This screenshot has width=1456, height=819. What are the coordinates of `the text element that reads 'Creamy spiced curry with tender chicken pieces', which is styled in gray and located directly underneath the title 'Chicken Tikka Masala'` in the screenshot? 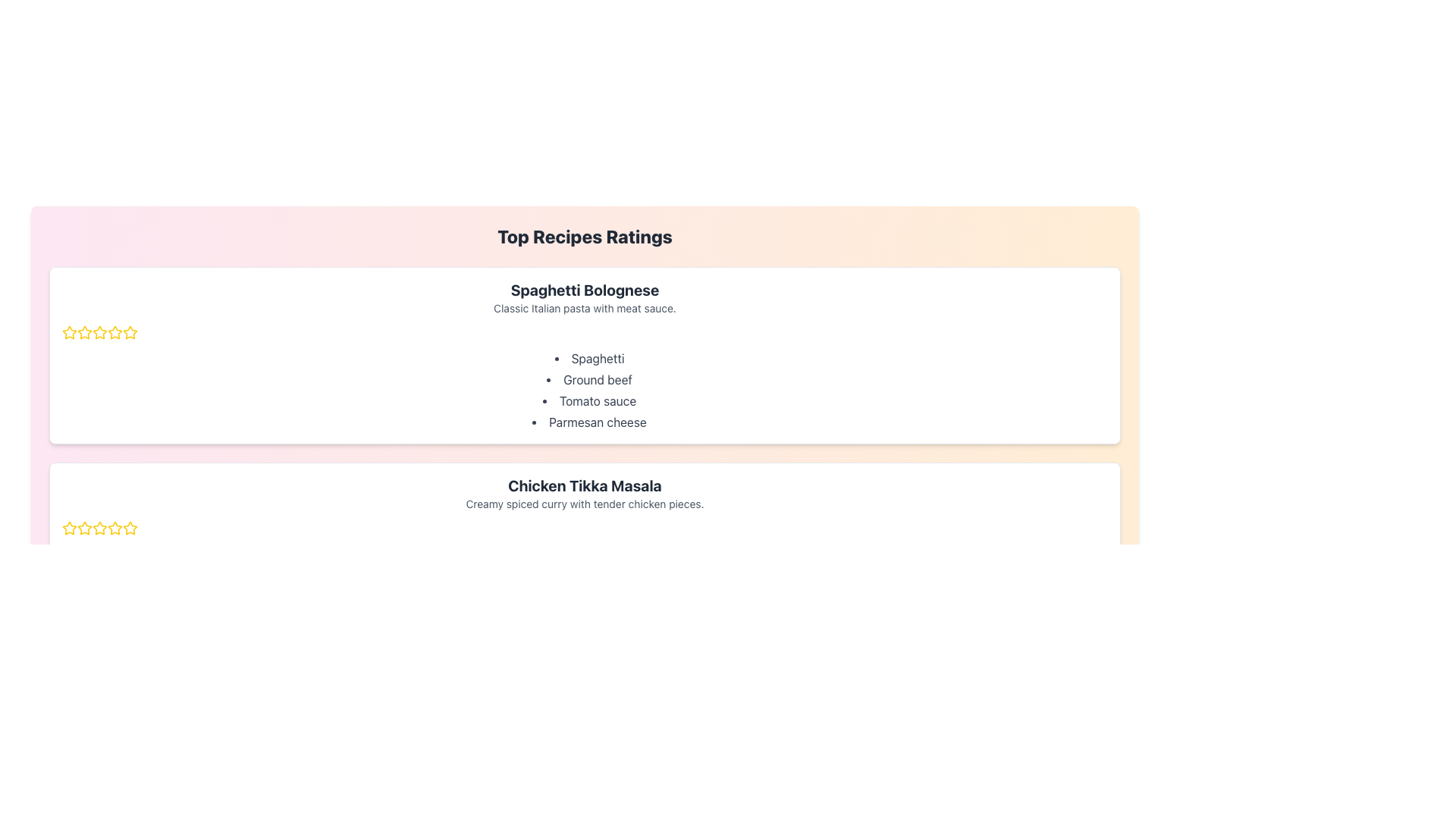 It's located at (584, 504).